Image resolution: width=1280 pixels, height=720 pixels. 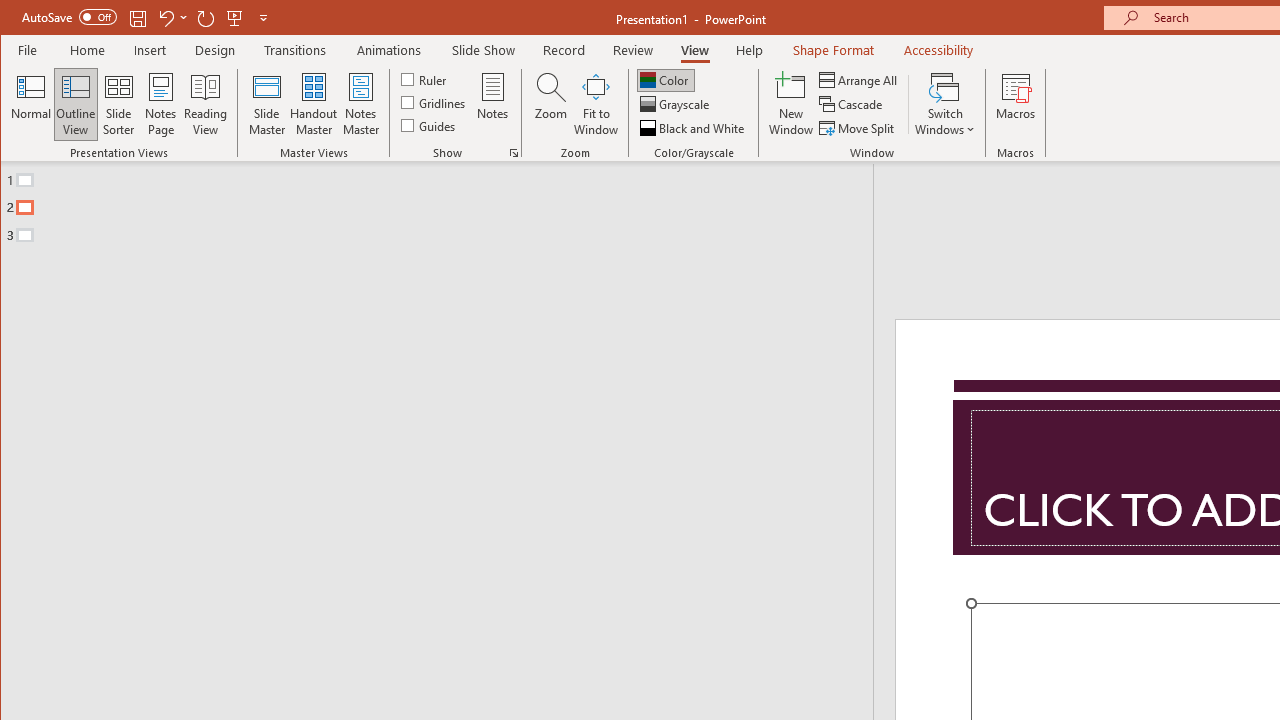 What do you see at coordinates (86, 49) in the screenshot?
I see `'Home'` at bounding box center [86, 49].